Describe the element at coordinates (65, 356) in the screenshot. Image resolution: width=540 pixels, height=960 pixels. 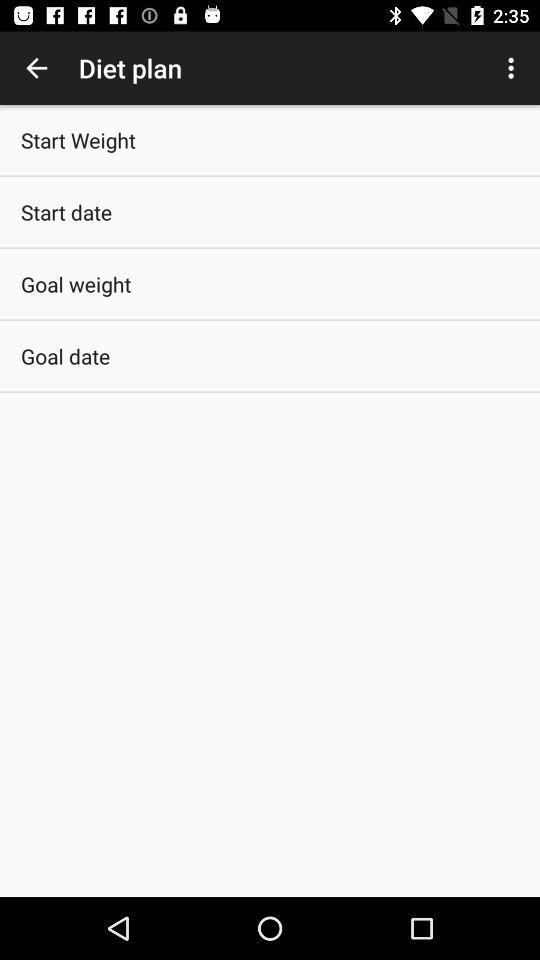
I see `goal date` at that location.